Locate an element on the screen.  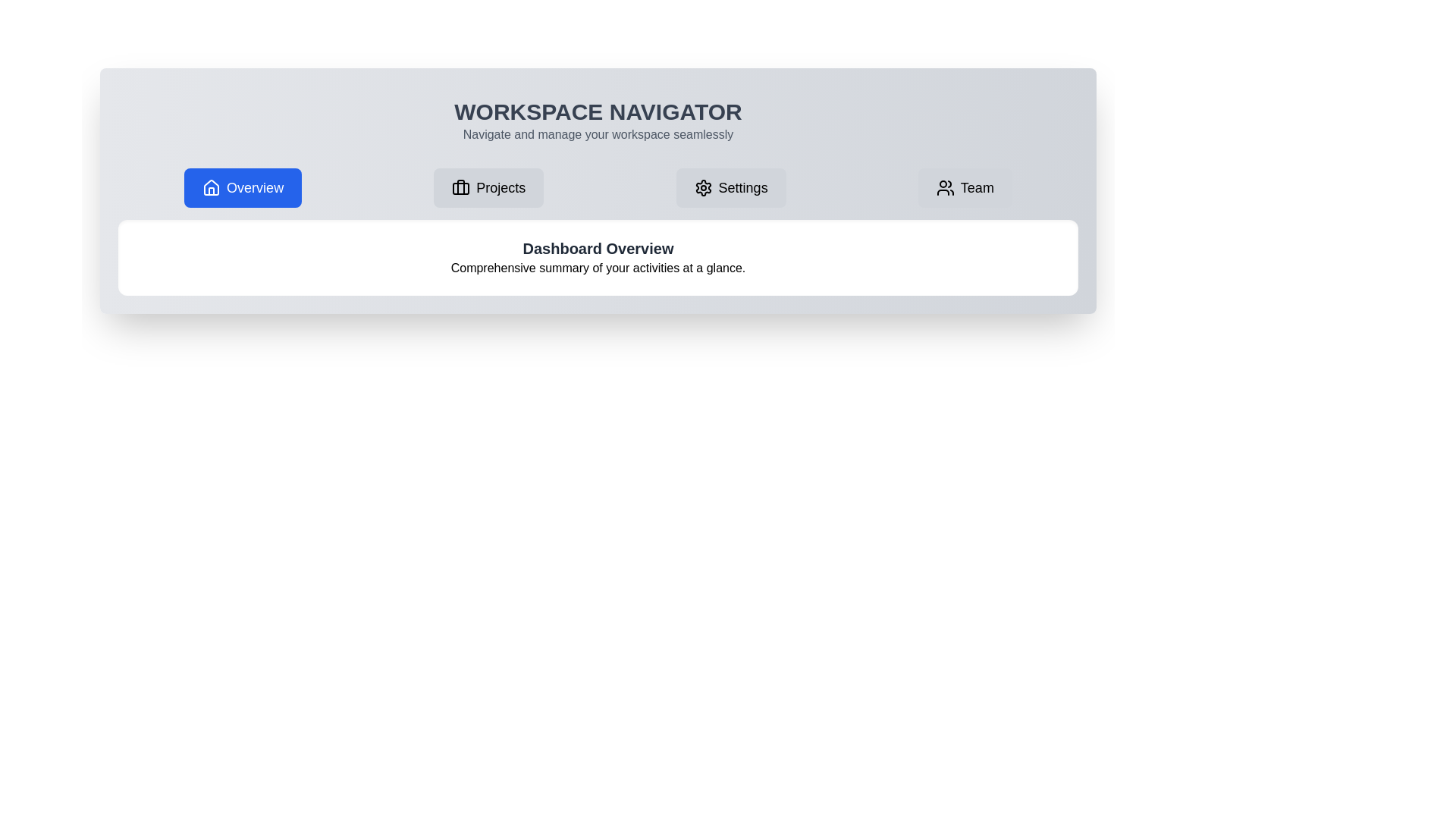
the rounded rectangular button with a blue background labeled 'Overview' is located at coordinates (243, 187).